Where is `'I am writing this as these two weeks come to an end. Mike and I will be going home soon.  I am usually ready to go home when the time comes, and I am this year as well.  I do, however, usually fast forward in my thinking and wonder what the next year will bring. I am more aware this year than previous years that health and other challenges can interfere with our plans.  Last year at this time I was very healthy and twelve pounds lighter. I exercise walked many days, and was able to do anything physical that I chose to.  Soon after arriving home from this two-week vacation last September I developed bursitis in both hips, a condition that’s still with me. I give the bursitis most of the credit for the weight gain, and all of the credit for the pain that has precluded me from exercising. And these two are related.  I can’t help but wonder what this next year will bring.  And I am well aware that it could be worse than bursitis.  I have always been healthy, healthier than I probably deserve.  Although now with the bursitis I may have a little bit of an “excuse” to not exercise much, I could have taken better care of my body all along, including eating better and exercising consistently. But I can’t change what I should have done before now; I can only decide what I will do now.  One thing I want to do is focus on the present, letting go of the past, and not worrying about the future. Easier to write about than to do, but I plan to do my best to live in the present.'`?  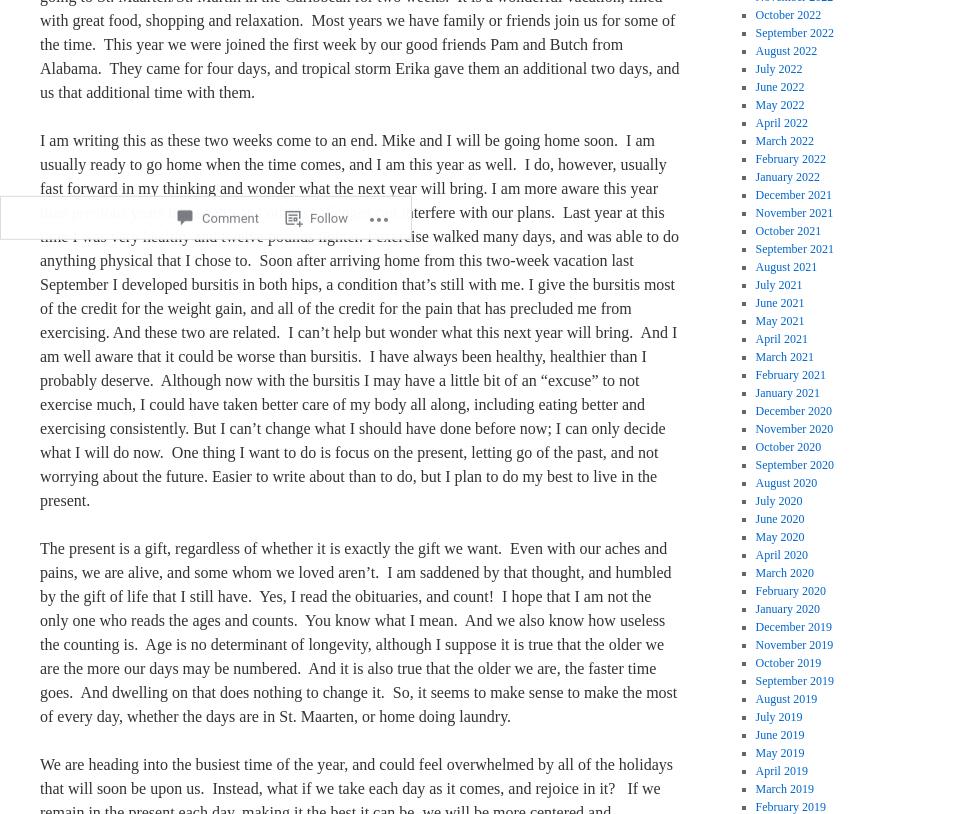
'I am writing this as these two weeks come to an end. Mike and I will be going home soon.  I am usually ready to go home when the time comes, and I am this year as well.  I do, however, usually fast forward in my thinking and wonder what the next year will bring. I am more aware this year than previous years that health and other challenges can interfere with our plans.  Last year at this time I was very healthy and twelve pounds lighter. I exercise walked many days, and was able to do anything physical that I chose to.  Soon after arriving home from this two-week vacation last September I developed bursitis in both hips, a condition that’s still with me. I give the bursitis most of the credit for the weight gain, and all of the credit for the pain that has precluded me from exercising. And these two are related.  I can’t help but wonder what this next year will bring.  And I am well aware that it could be worse than bursitis.  I have always been healthy, healthier than I probably deserve.  Although now with the bursitis I may have a little bit of an “excuse” to not exercise much, I could have taken better care of my body all along, including eating better and exercising consistently. But I can’t change what I should have done before now; I can only decide what I will do now.  One thing I want to do is focus on the present, letting go of the past, and not worrying about the future. Easier to write about than to do, but I plan to do my best to live in the present.' is located at coordinates (358, 320).